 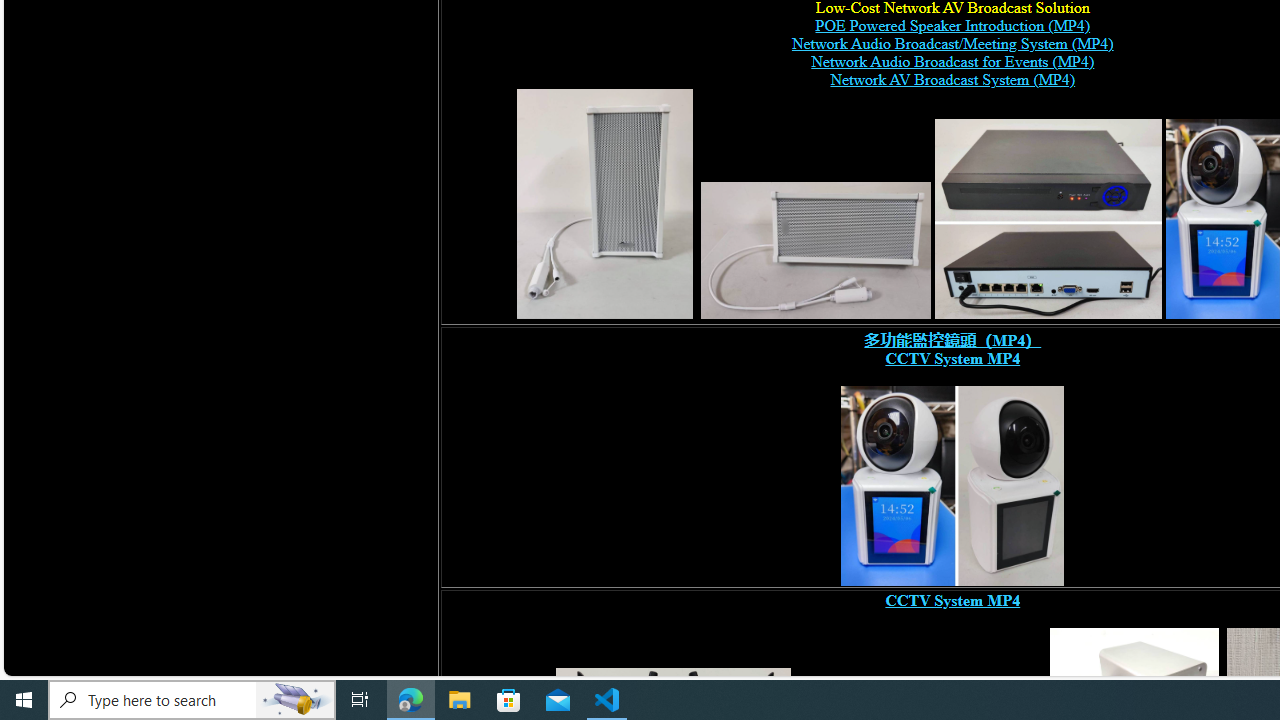 What do you see at coordinates (1047, 219) in the screenshot?
I see `'POE switch, digital network video recorder,'` at bounding box center [1047, 219].